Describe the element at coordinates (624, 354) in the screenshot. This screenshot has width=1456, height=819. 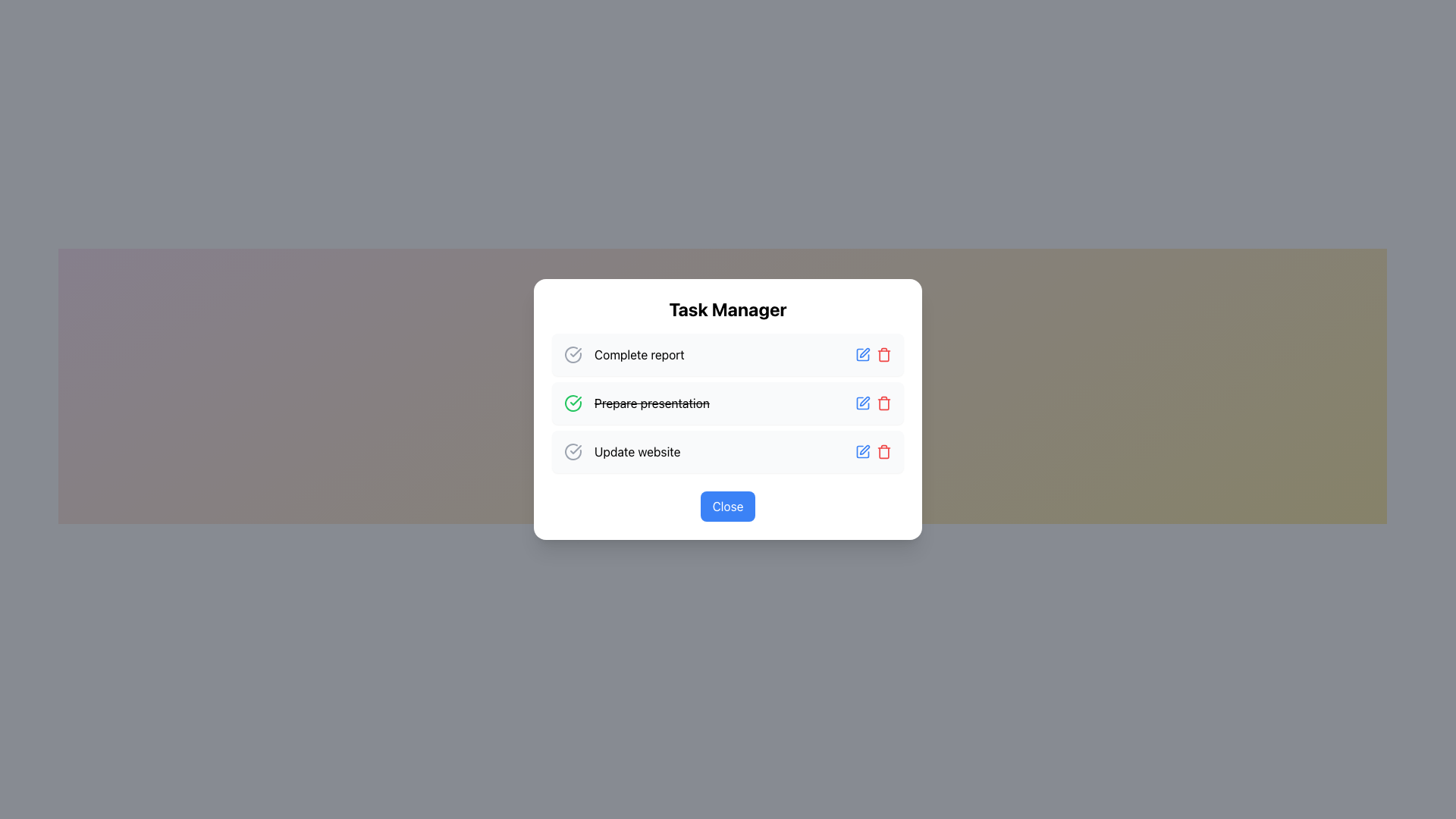
I see `to select the first task item labeled 'Complete report' in the 'Task Manager' modal, which features a checkmark icon and is positioned above other tasks` at that location.